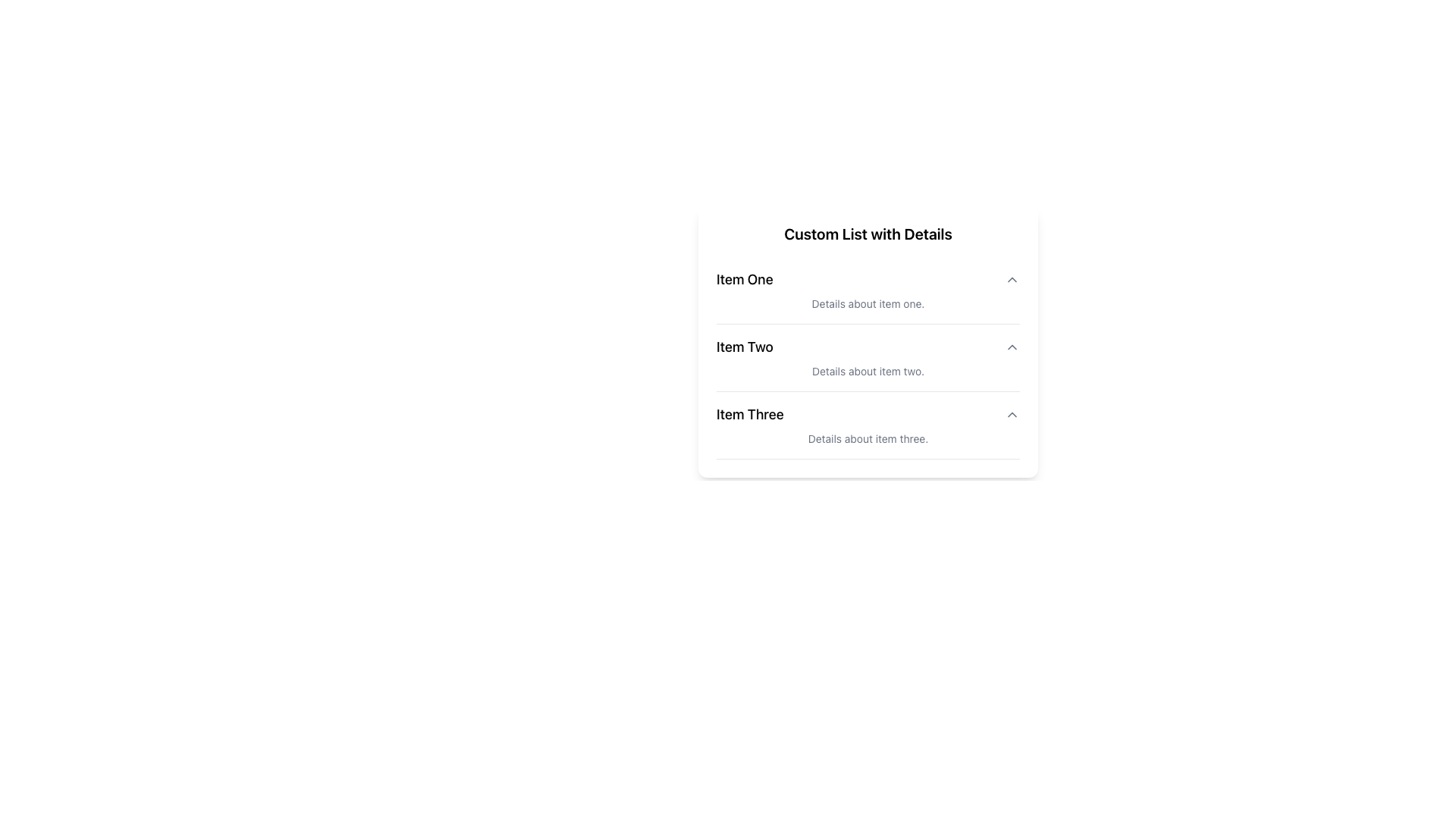  Describe the element at coordinates (1012, 280) in the screenshot. I see `the small upward-pointing chevron icon located to the right of 'Item One' to observe the style change` at that location.